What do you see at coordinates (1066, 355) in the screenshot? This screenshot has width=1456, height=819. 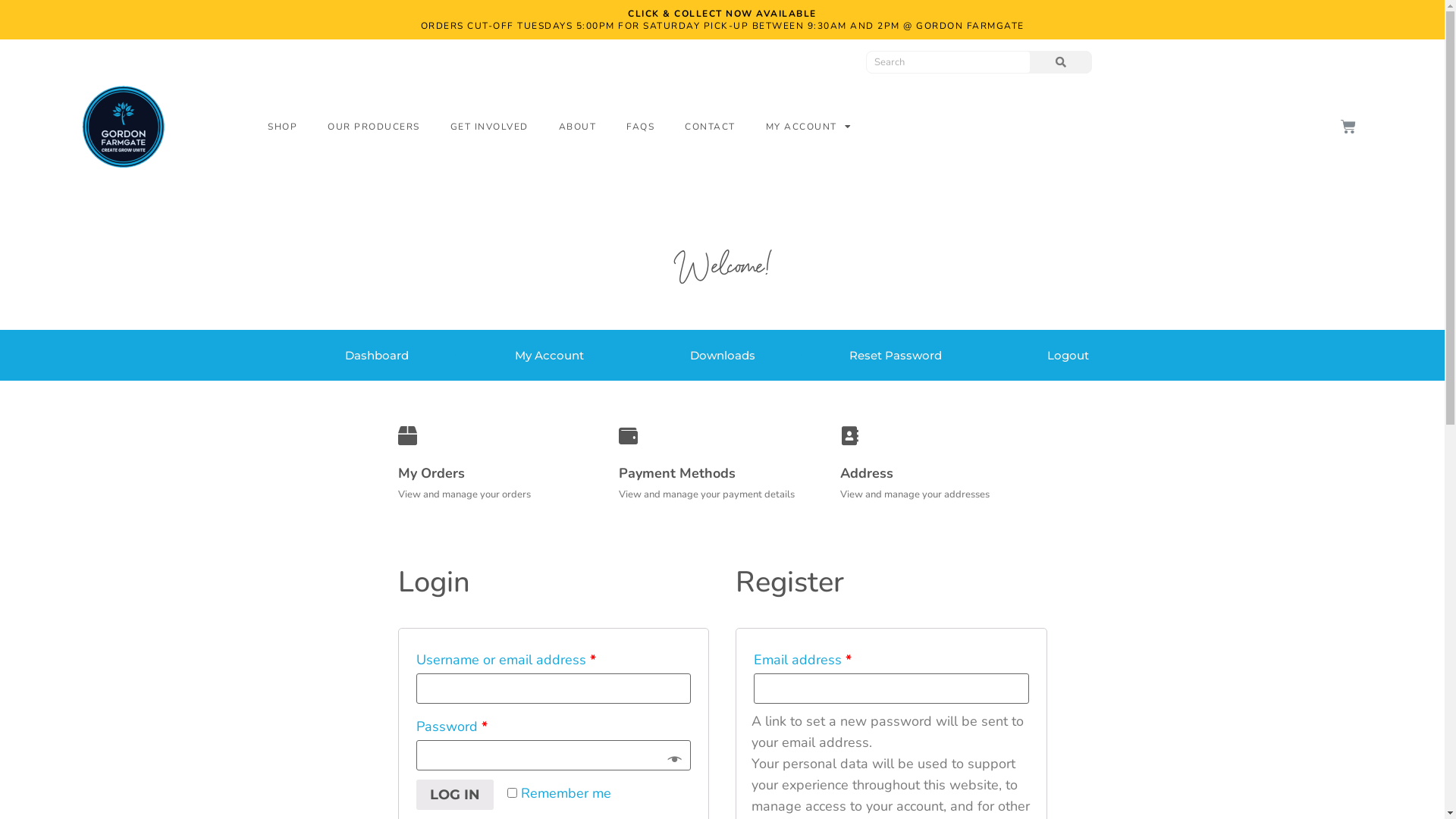 I see `'Logout'` at bounding box center [1066, 355].